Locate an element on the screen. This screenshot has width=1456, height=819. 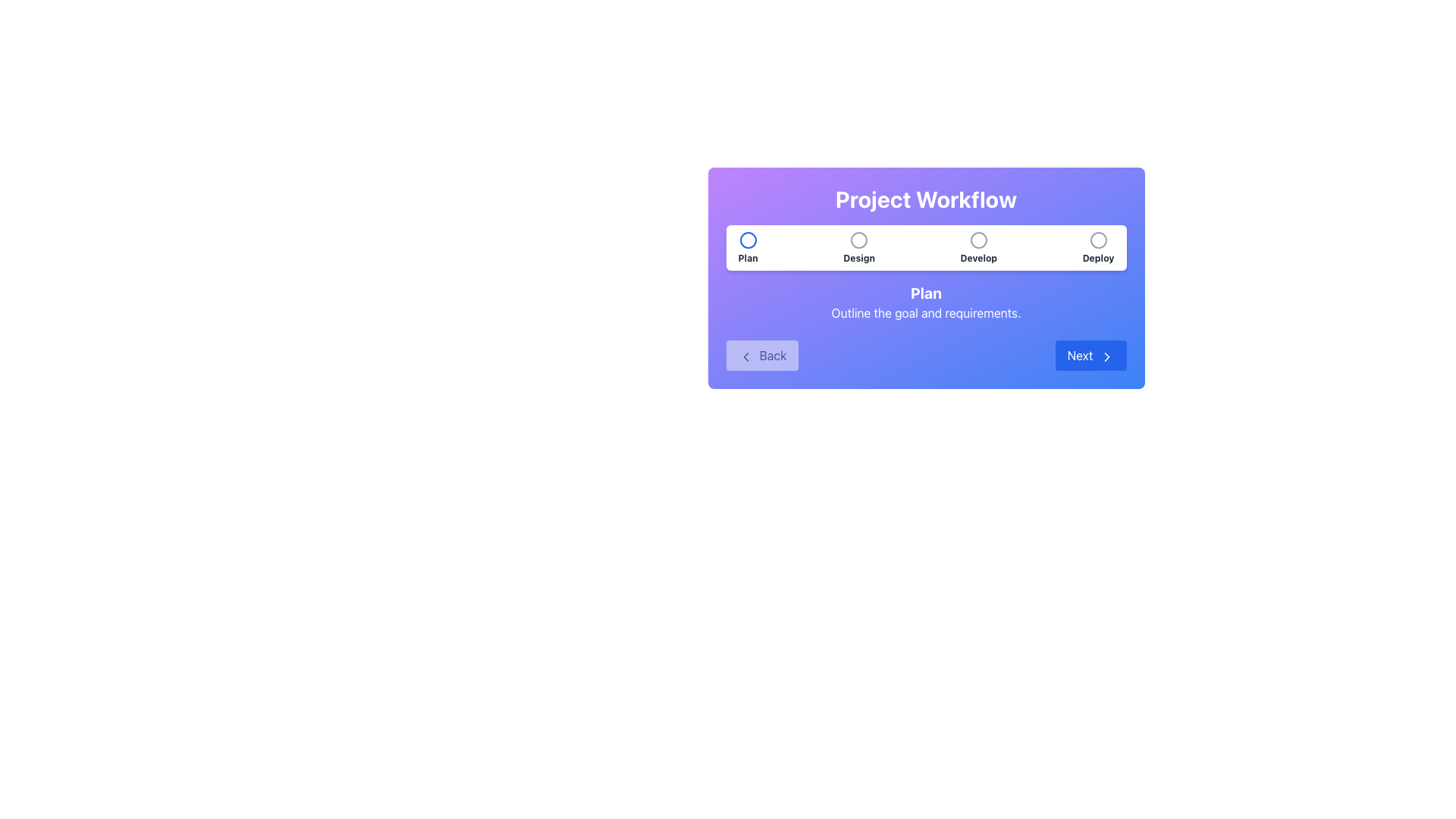
the bold and emphasized label for the 'Plan' phase in the workflow, which is positioned above the description 'Outline the goal and requirements.' is located at coordinates (925, 293).